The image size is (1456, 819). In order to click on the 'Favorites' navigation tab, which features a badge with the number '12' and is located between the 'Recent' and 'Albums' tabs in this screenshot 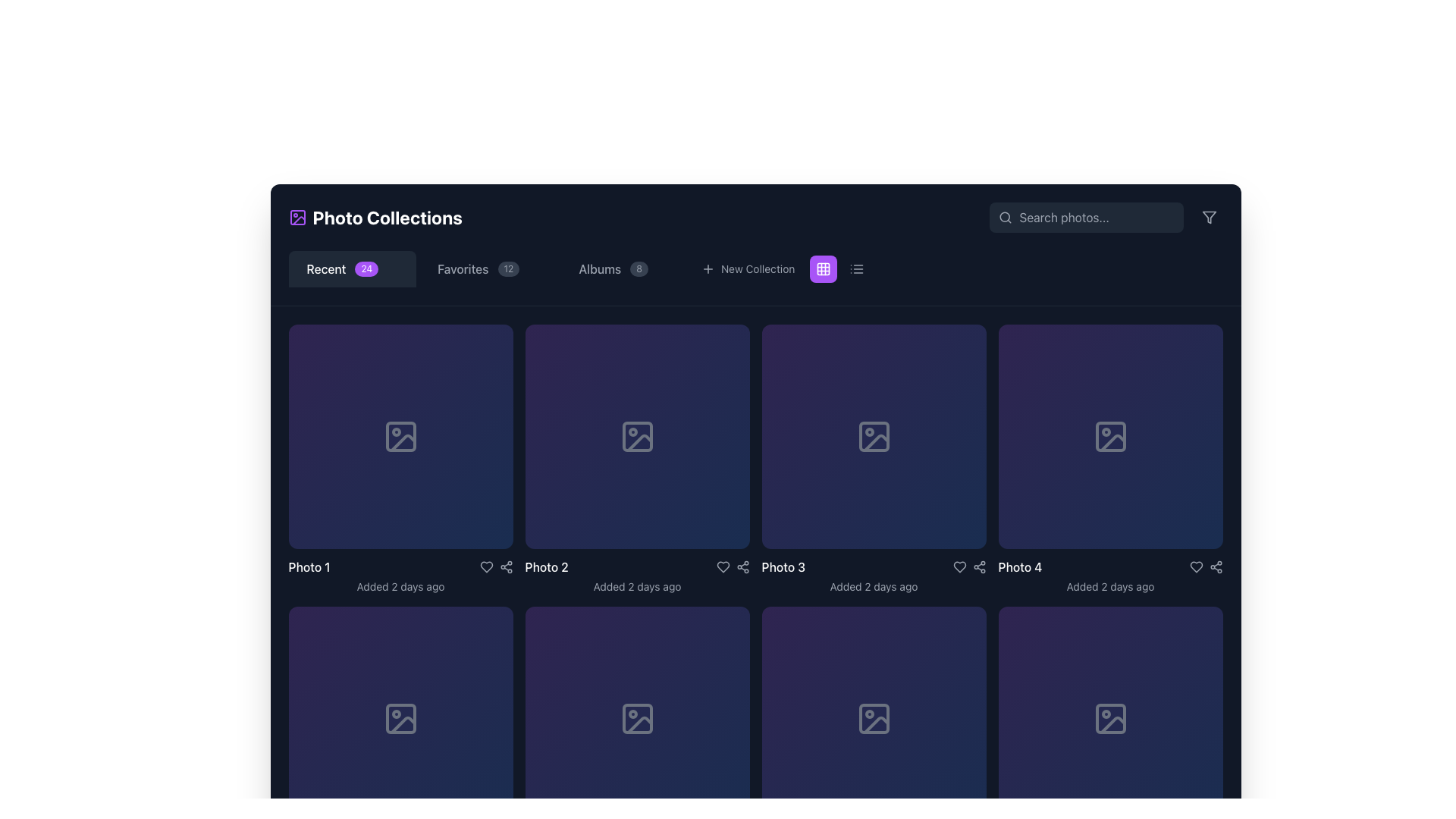, I will do `click(488, 268)`.